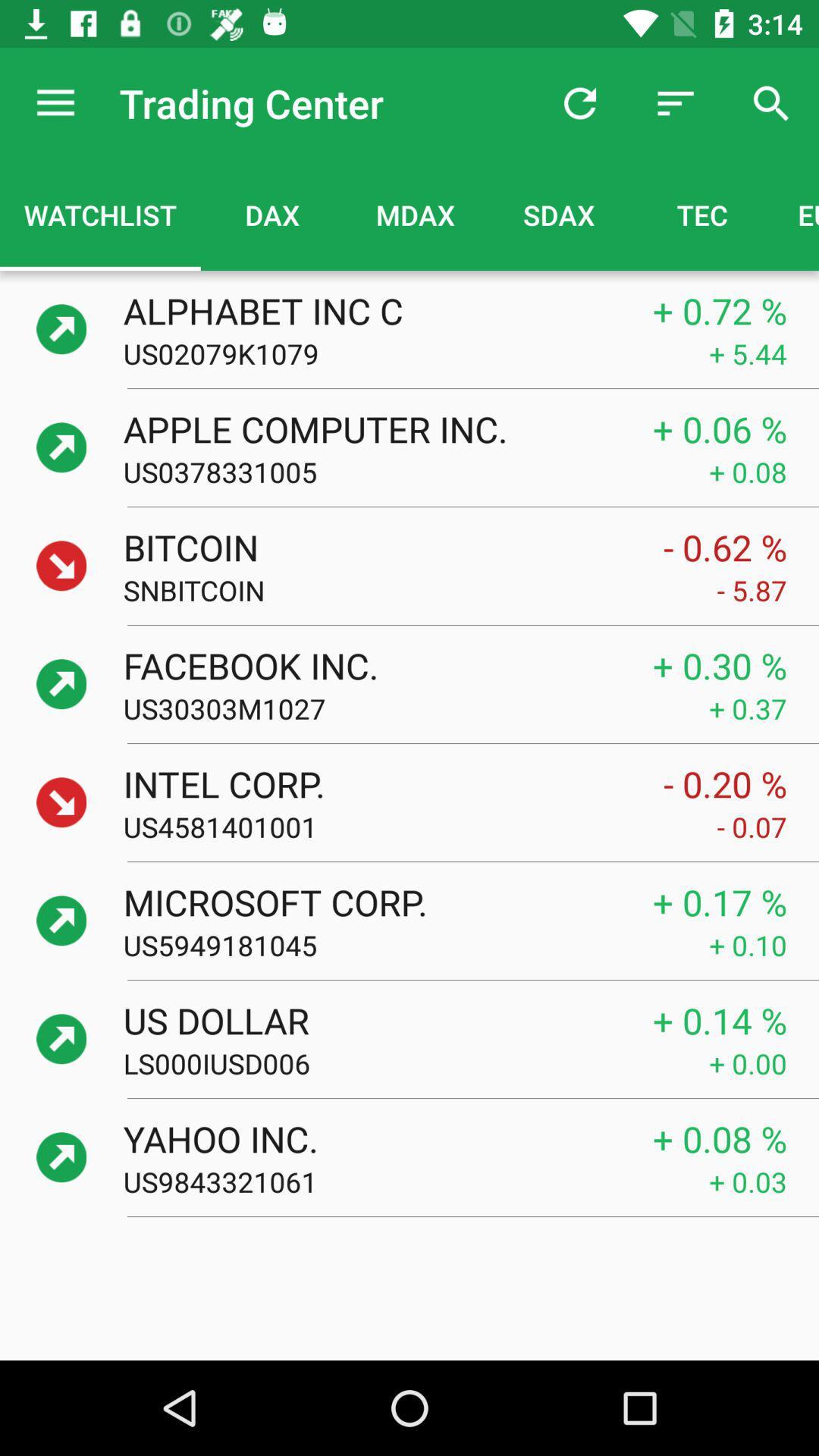 The image size is (819, 1456). I want to click on item next to the + 0.10 icon, so click(416, 944).